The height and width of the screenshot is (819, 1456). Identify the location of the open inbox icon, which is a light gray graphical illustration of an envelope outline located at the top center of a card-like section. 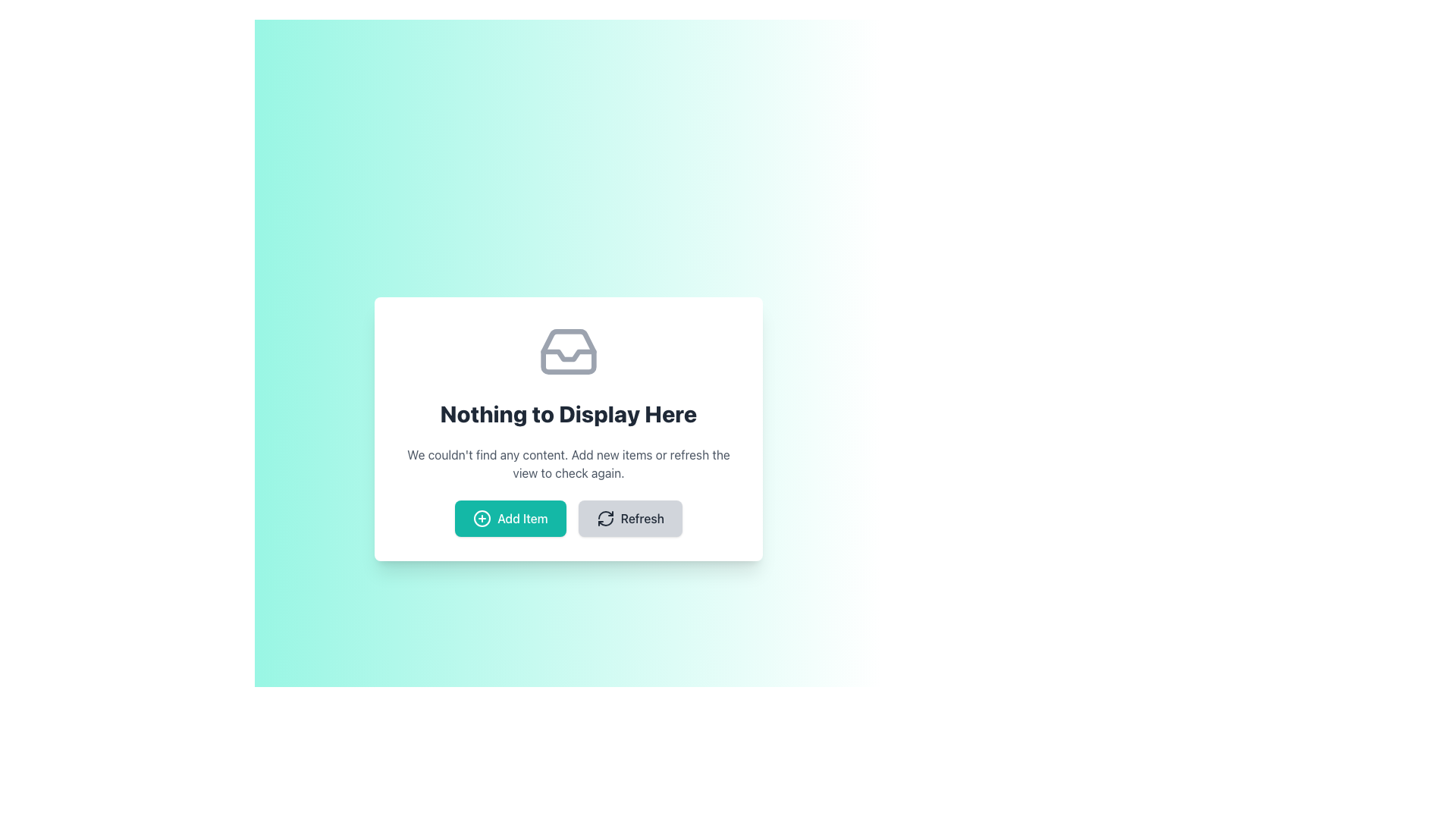
(567, 351).